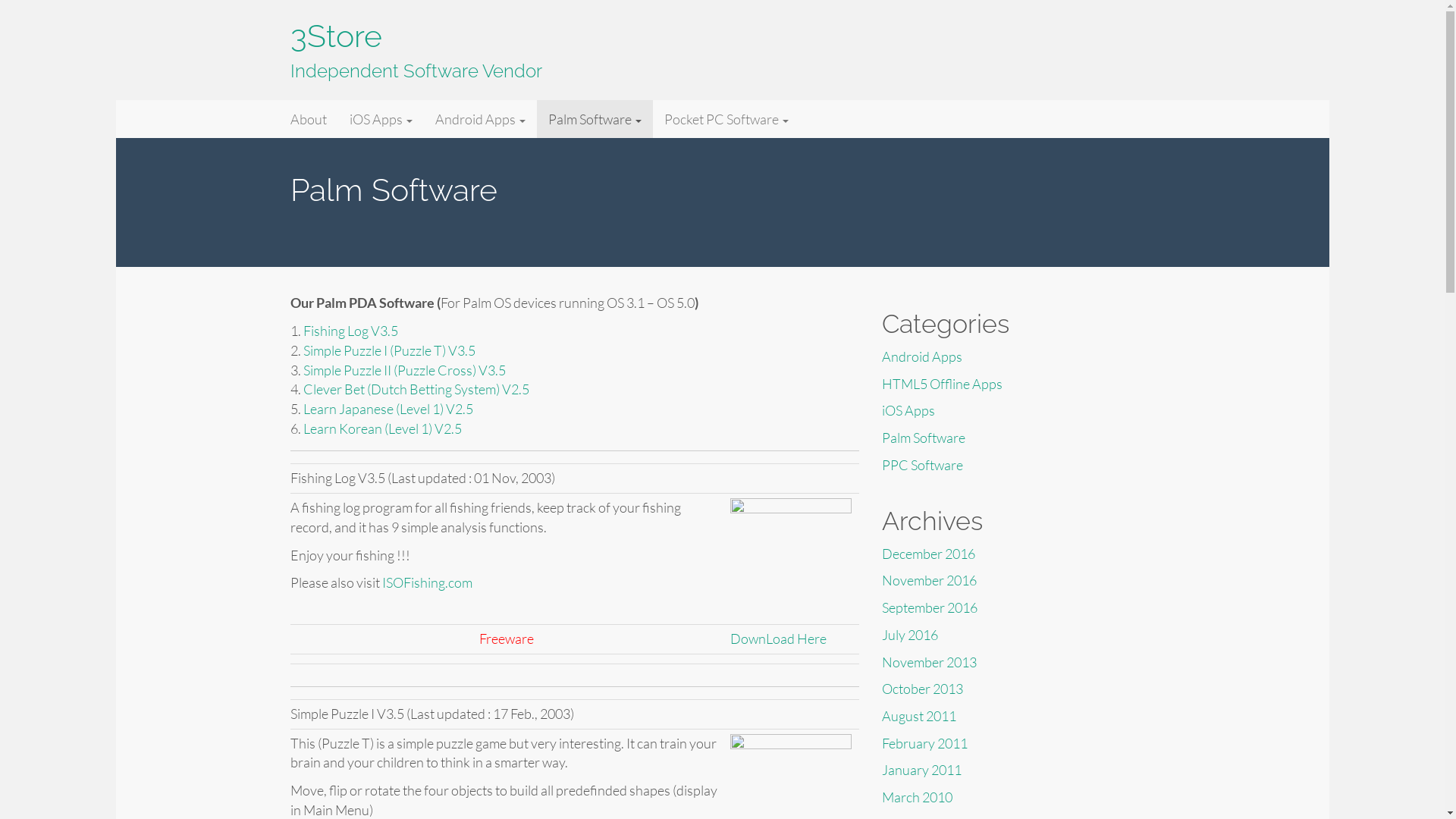 This screenshot has width=1456, height=819. What do you see at coordinates (416, 388) in the screenshot?
I see `'Clever Bet (Dutch Betting System) V2.5'` at bounding box center [416, 388].